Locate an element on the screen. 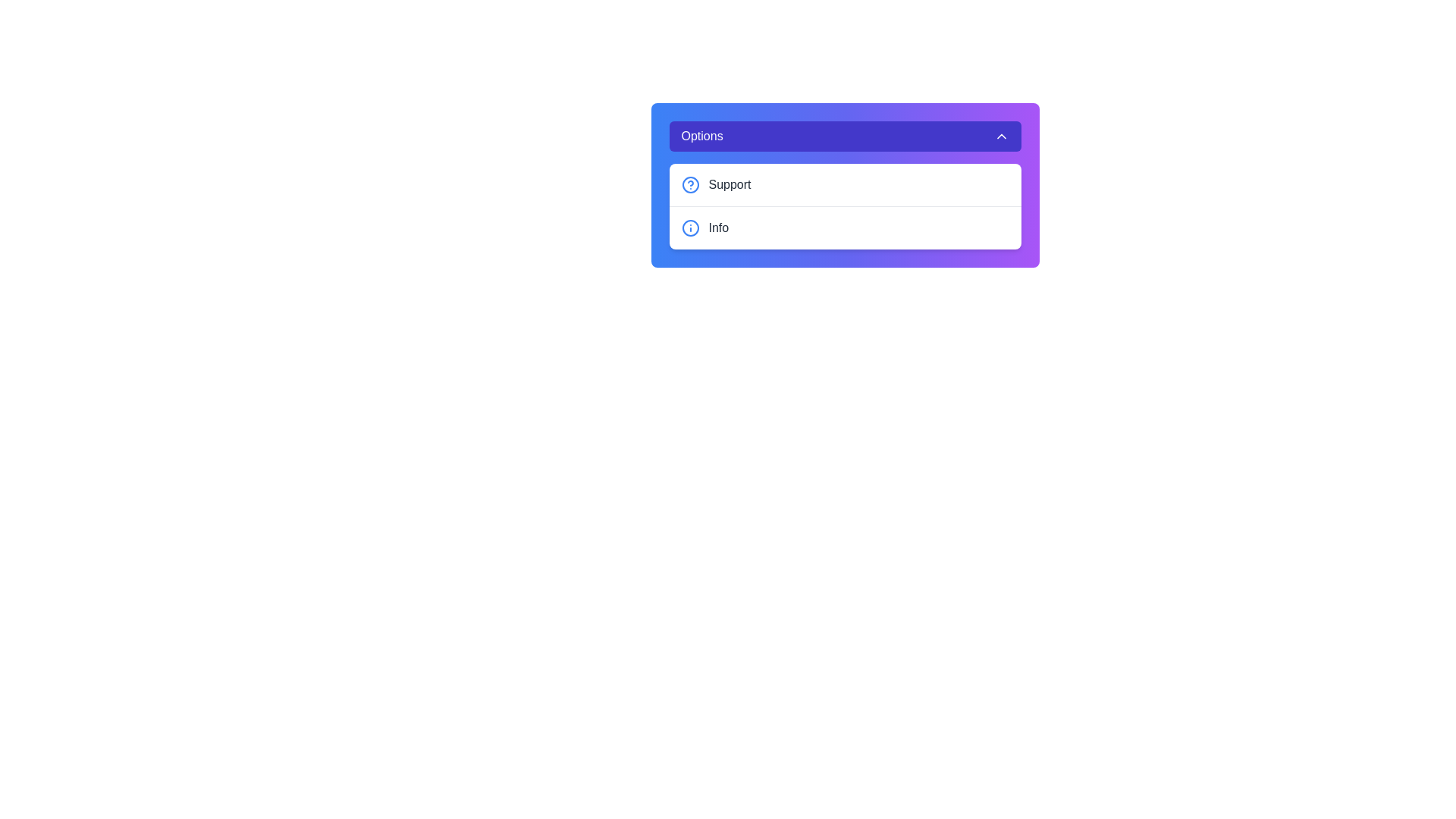 This screenshot has height=819, width=1456. the circular information icon with a blue border located to the left of the 'Info' label in the dropdown card under the 'Options' header is located at coordinates (689, 227).